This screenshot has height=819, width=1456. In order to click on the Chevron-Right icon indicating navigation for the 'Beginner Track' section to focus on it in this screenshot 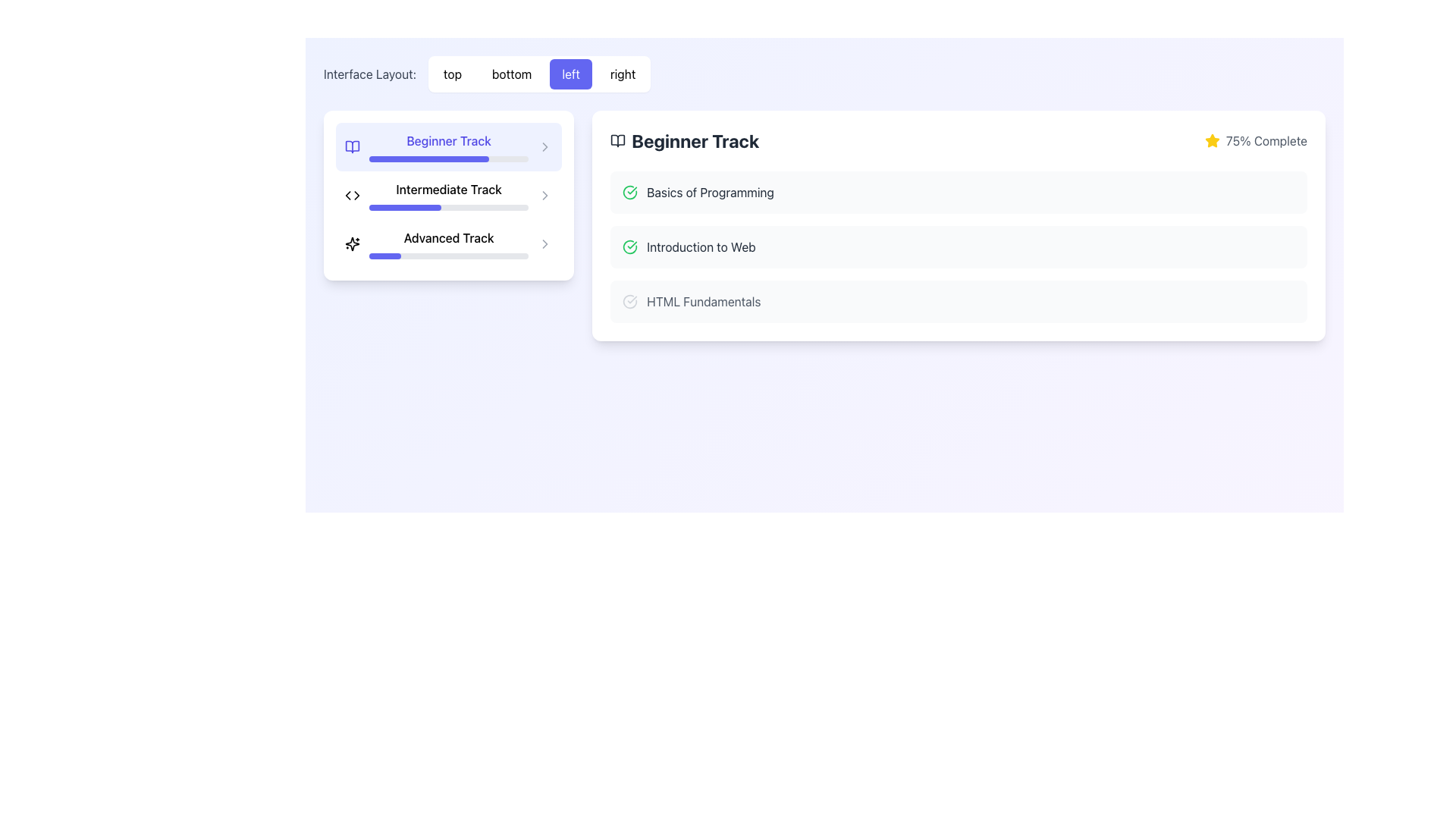, I will do `click(545, 146)`.